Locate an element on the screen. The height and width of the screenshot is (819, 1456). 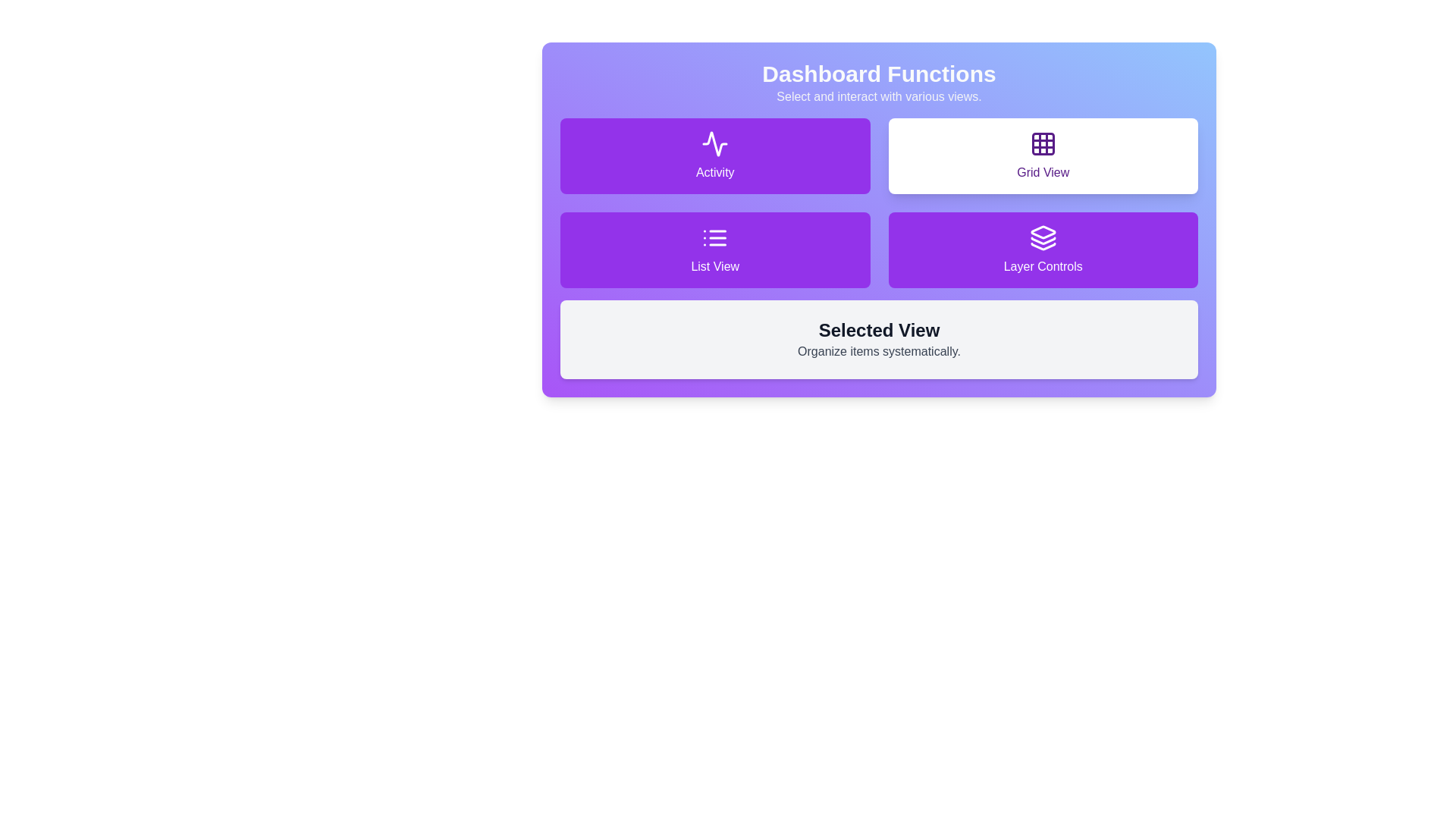
the static text label that provides descriptive text or instruction related to the 'Selected View', located beneath the 'Selected View' text in a white box with rounded corners is located at coordinates (879, 351).